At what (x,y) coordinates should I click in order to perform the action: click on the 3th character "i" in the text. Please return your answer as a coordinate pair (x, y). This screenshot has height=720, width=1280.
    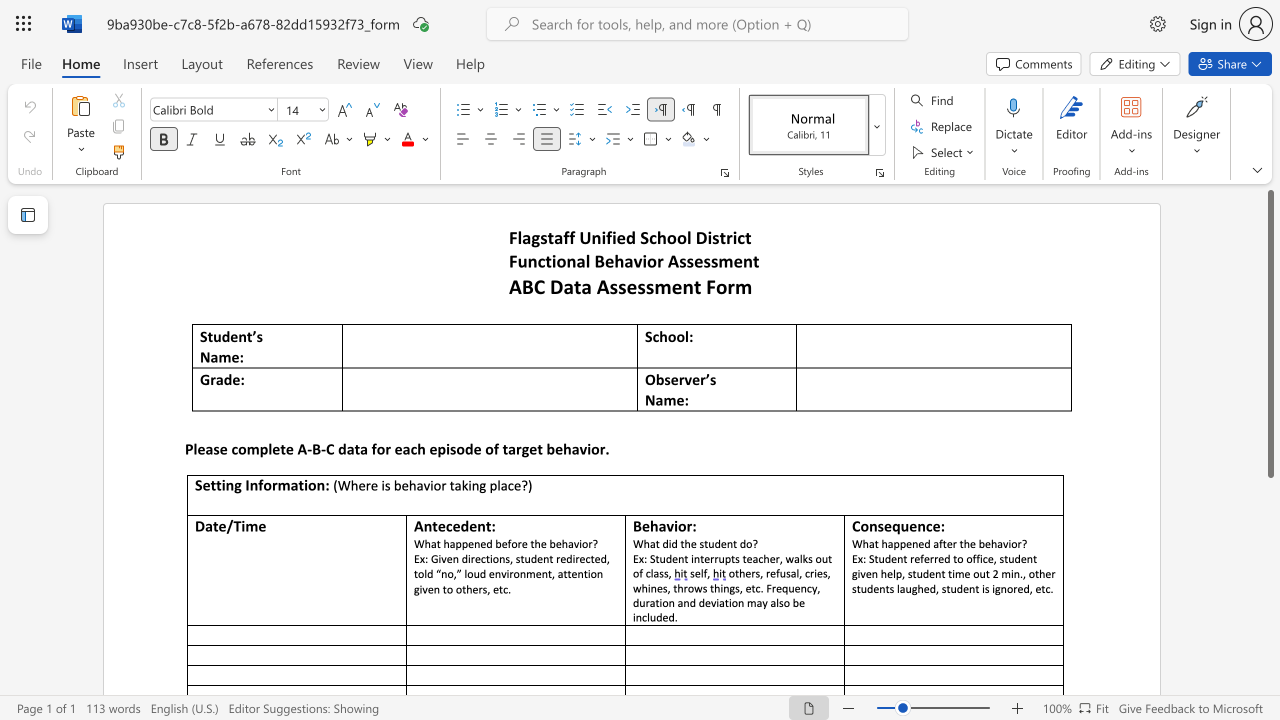
    Looking at the image, I should click on (709, 236).